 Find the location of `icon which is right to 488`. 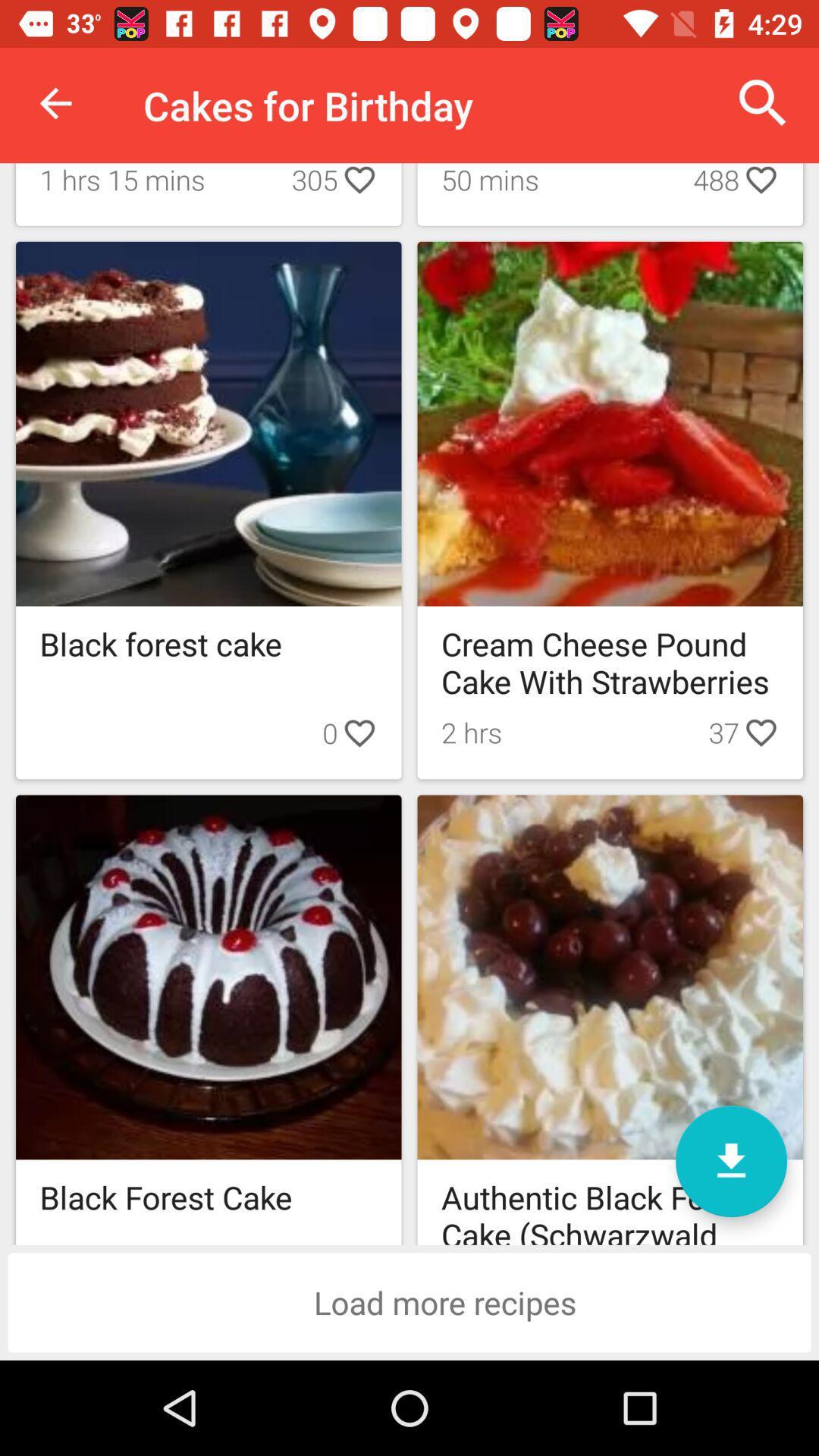

icon which is right to 488 is located at coordinates (761, 185).